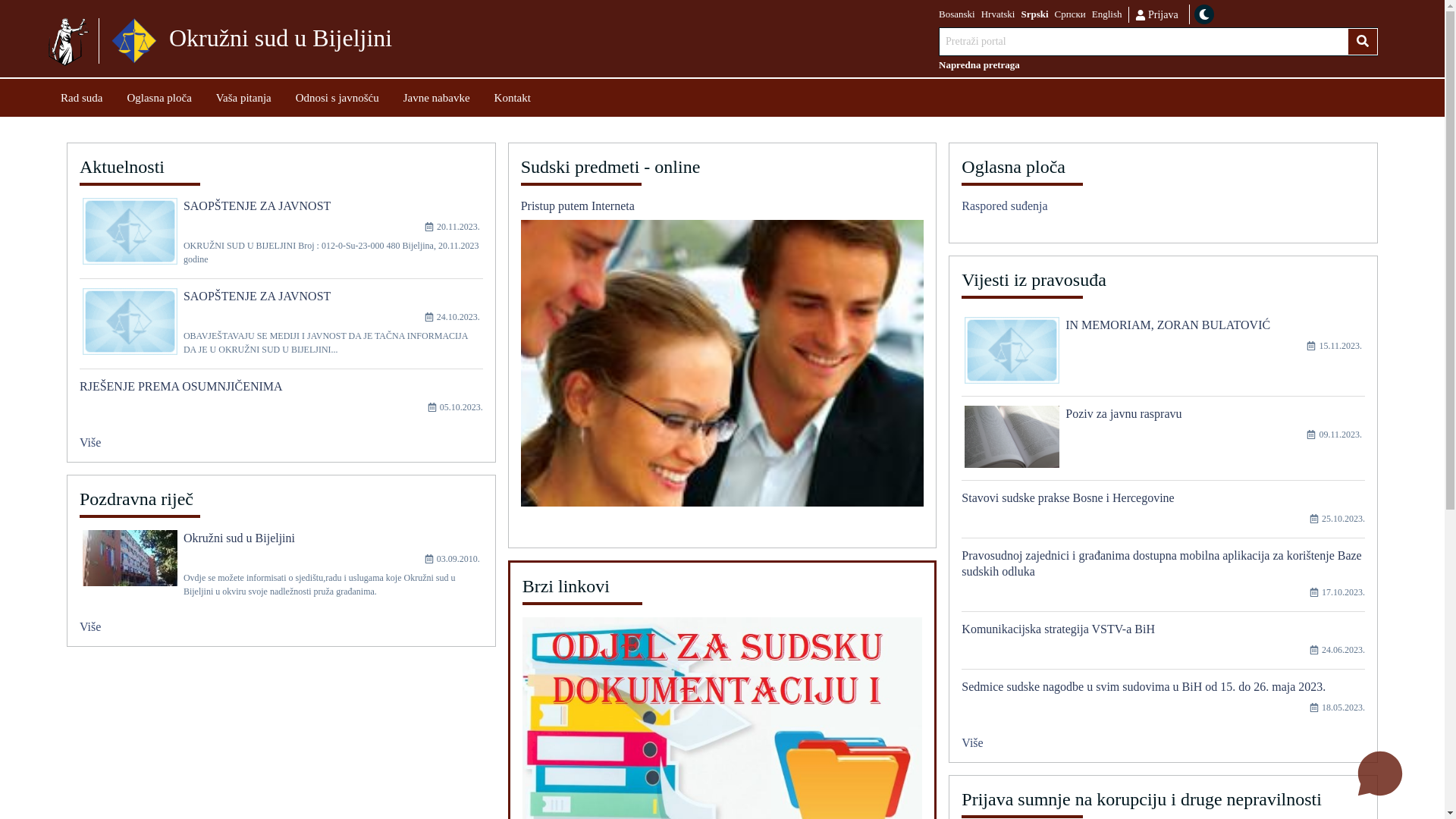 Image resolution: width=1456 pixels, height=819 pixels. What do you see at coordinates (1155, 14) in the screenshot?
I see `'Prijava'` at bounding box center [1155, 14].